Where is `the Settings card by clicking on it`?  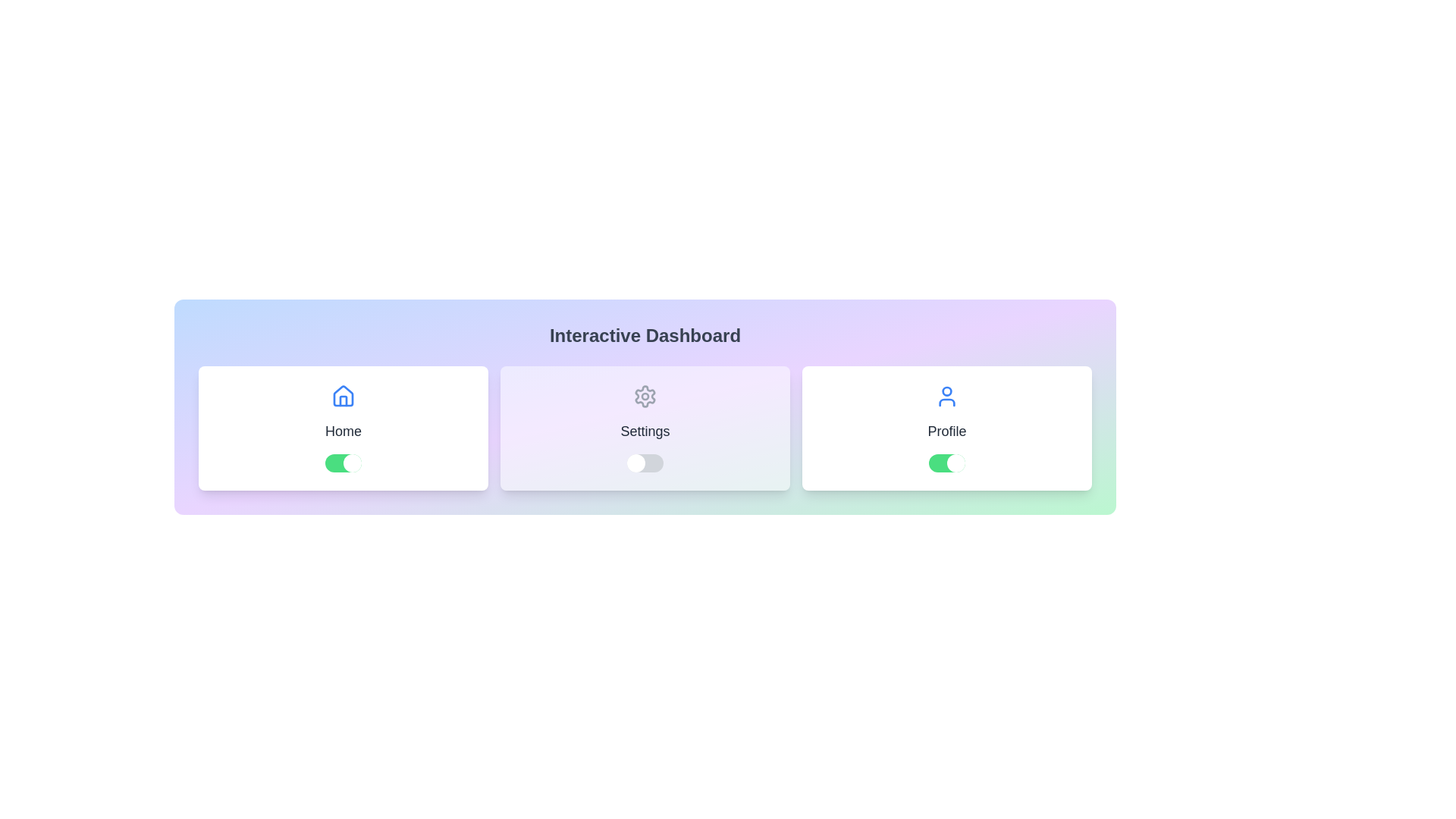
the Settings card by clicking on it is located at coordinates (645, 428).